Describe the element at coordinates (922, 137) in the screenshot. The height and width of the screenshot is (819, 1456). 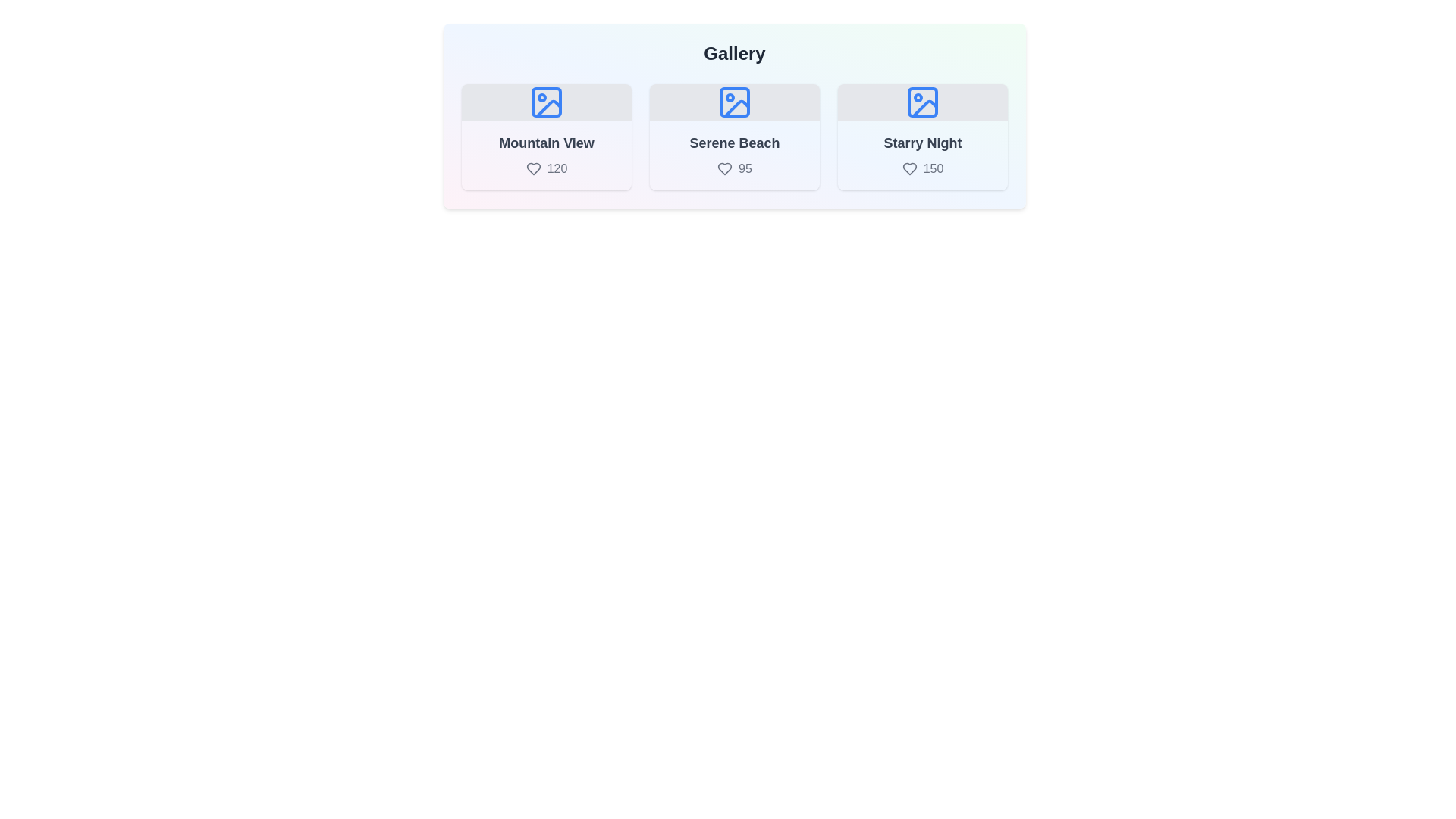
I see `the image section to view details for Starry Night` at that location.